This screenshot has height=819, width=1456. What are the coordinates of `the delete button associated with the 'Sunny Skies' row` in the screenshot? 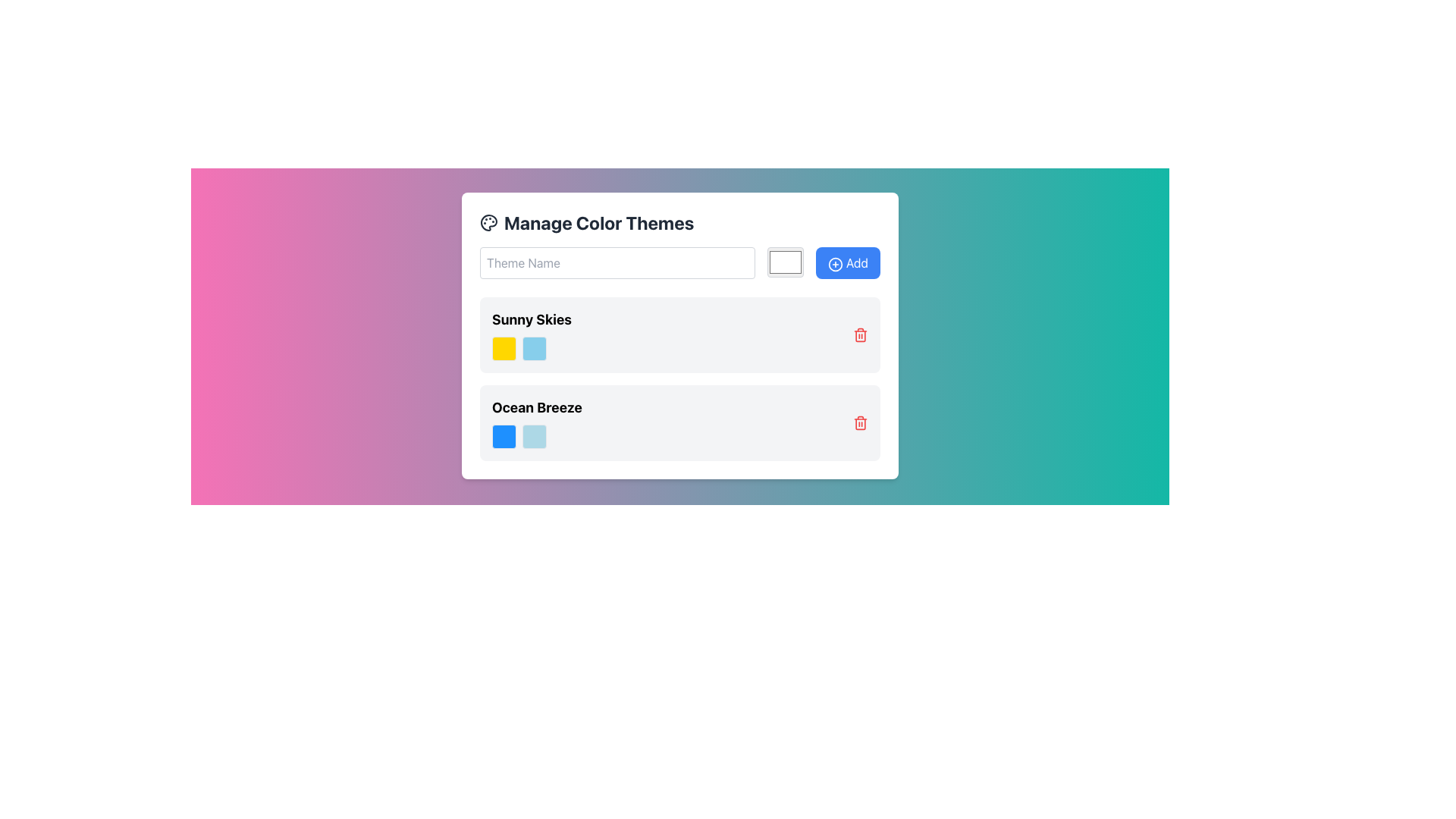 It's located at (860, 334).